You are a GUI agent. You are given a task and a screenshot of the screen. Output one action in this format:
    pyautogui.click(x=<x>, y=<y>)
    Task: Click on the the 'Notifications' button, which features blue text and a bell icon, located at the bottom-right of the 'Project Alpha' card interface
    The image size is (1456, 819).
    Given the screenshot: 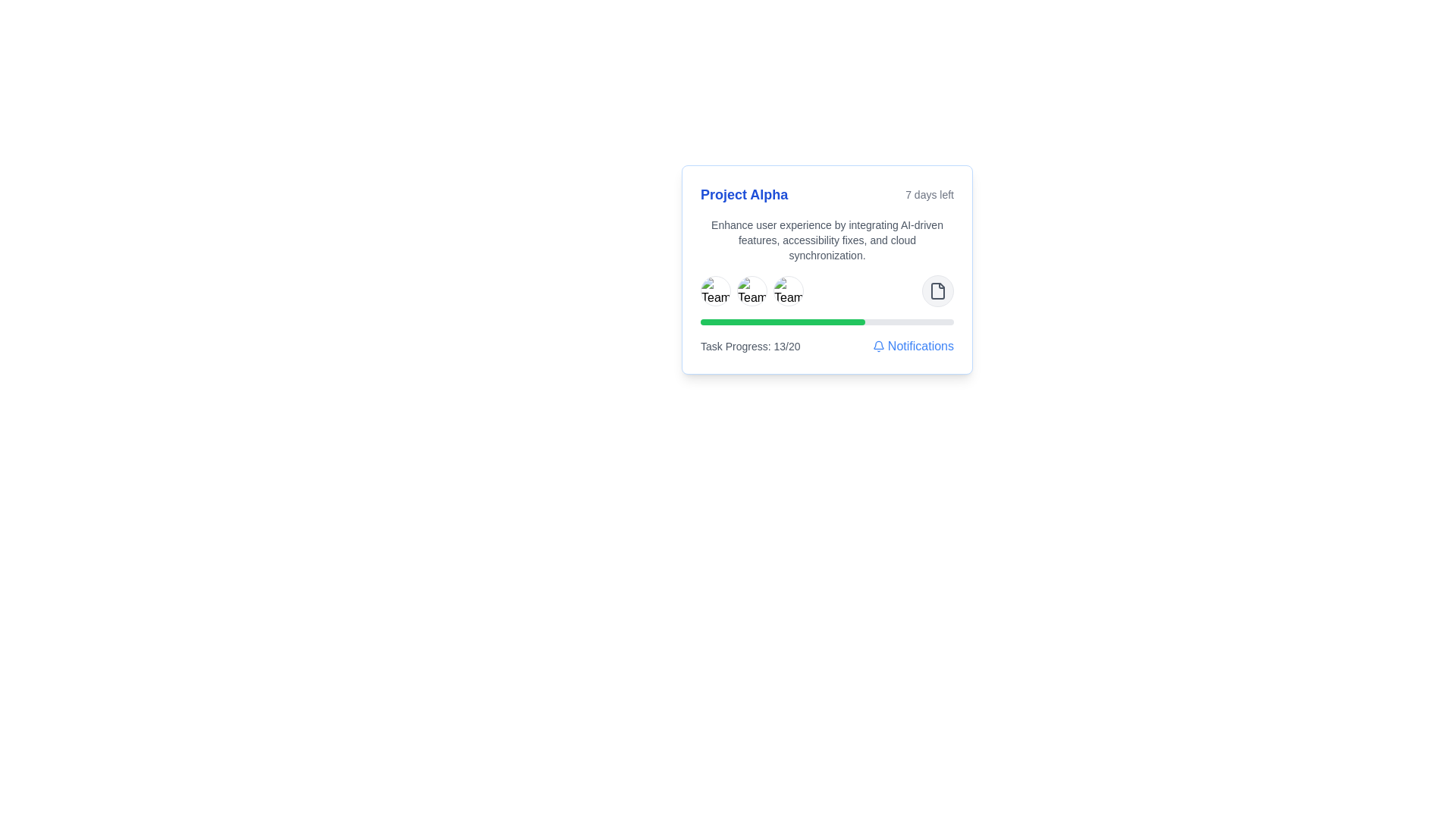 What is the action you would take?
    pyautogui.click(x=912, y=346)
    